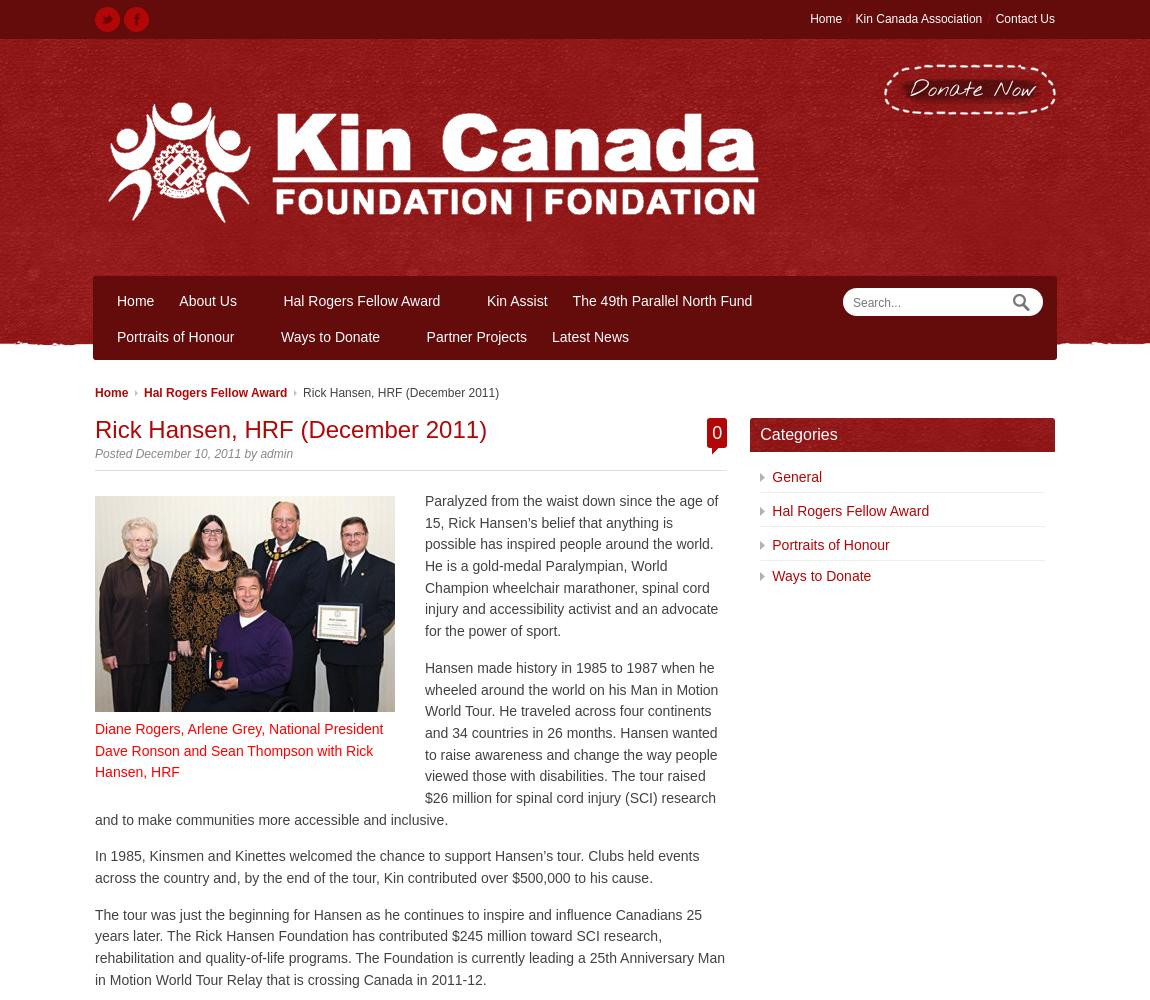 The image size is (1150, 1000). I want to click on 'Paralyzed from the waist down since the age of 15, Rick Hansen’s belief that anything is possible has inspired people around the world. He is a gold-medal Paralympian, World Champion wheelchair marathoner, spinal cord injury and accessibility activist and an advocate for the power of sport.', so click(571, 565).